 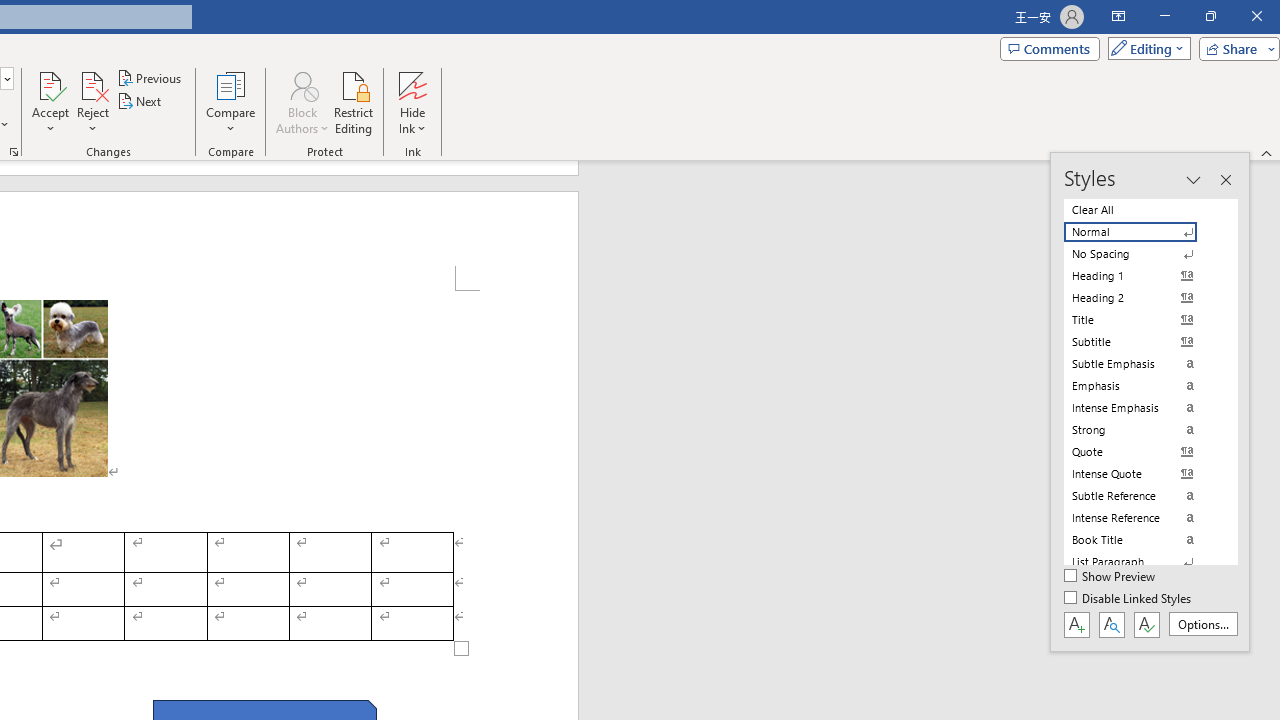 What do you see at coordinates (1142, 428) in the screenshot?
I see `'Strong'` at bounding box center [1142, 428].